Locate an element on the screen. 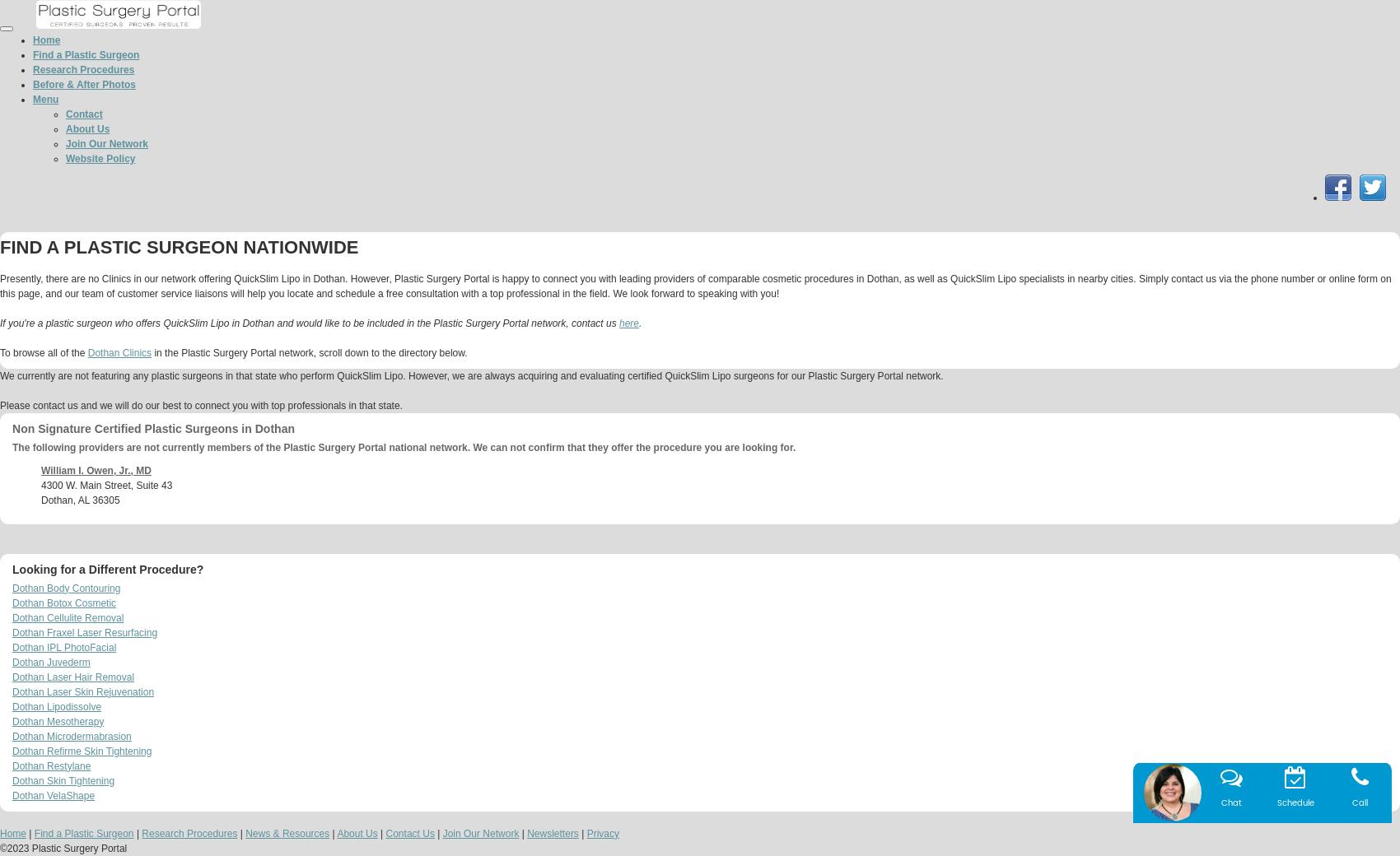  'Dothan IPL PhotoFacial' is located at coordinates (12, 646).